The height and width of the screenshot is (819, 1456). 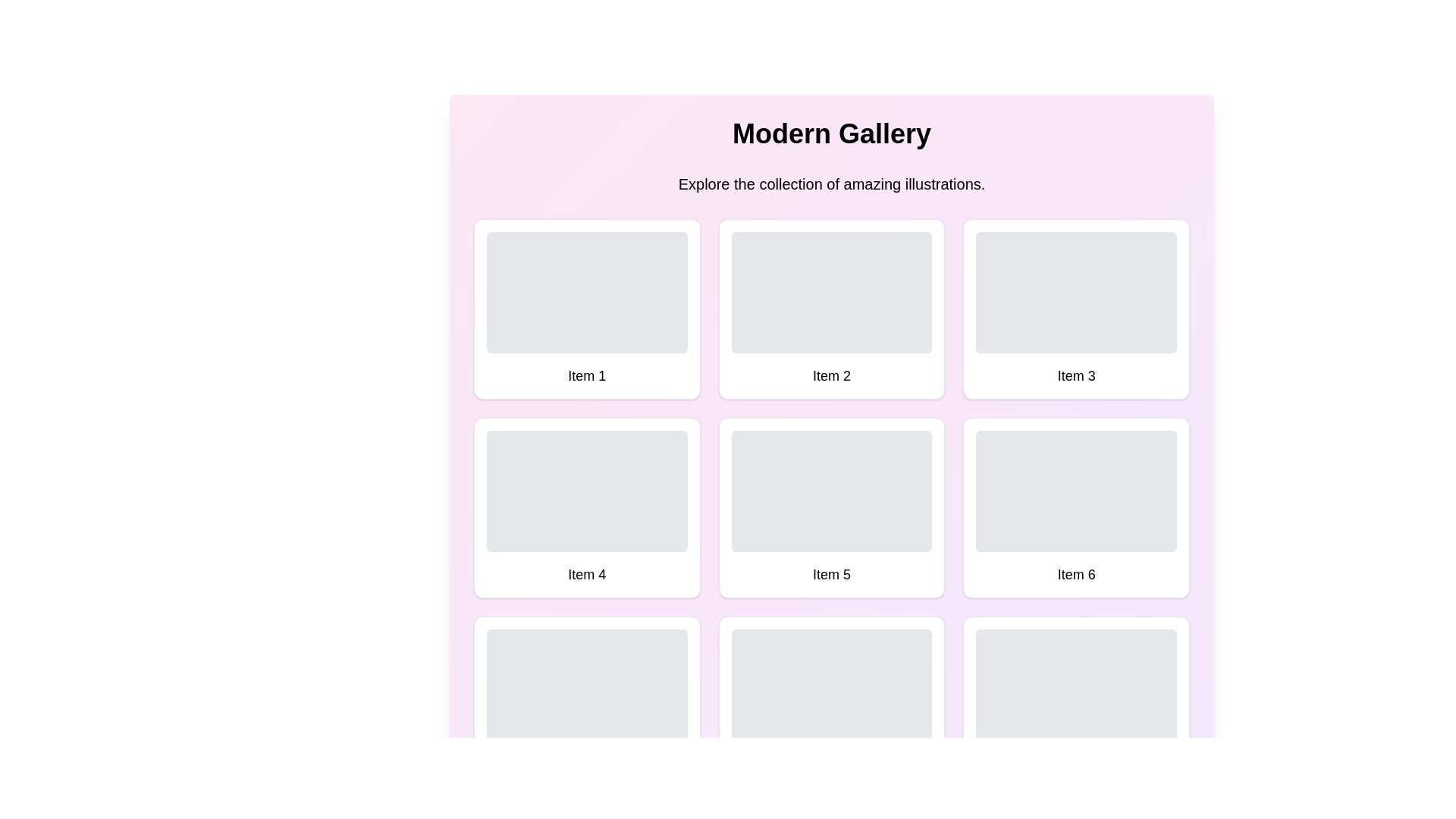 What do you see at coordinates (586, 575) in the screenshot?
I see `the text label displaying 'Item 4' which is styled with bold font and centered alignment, located in the second row, first column of the grid` at bounding box center [586, 575].